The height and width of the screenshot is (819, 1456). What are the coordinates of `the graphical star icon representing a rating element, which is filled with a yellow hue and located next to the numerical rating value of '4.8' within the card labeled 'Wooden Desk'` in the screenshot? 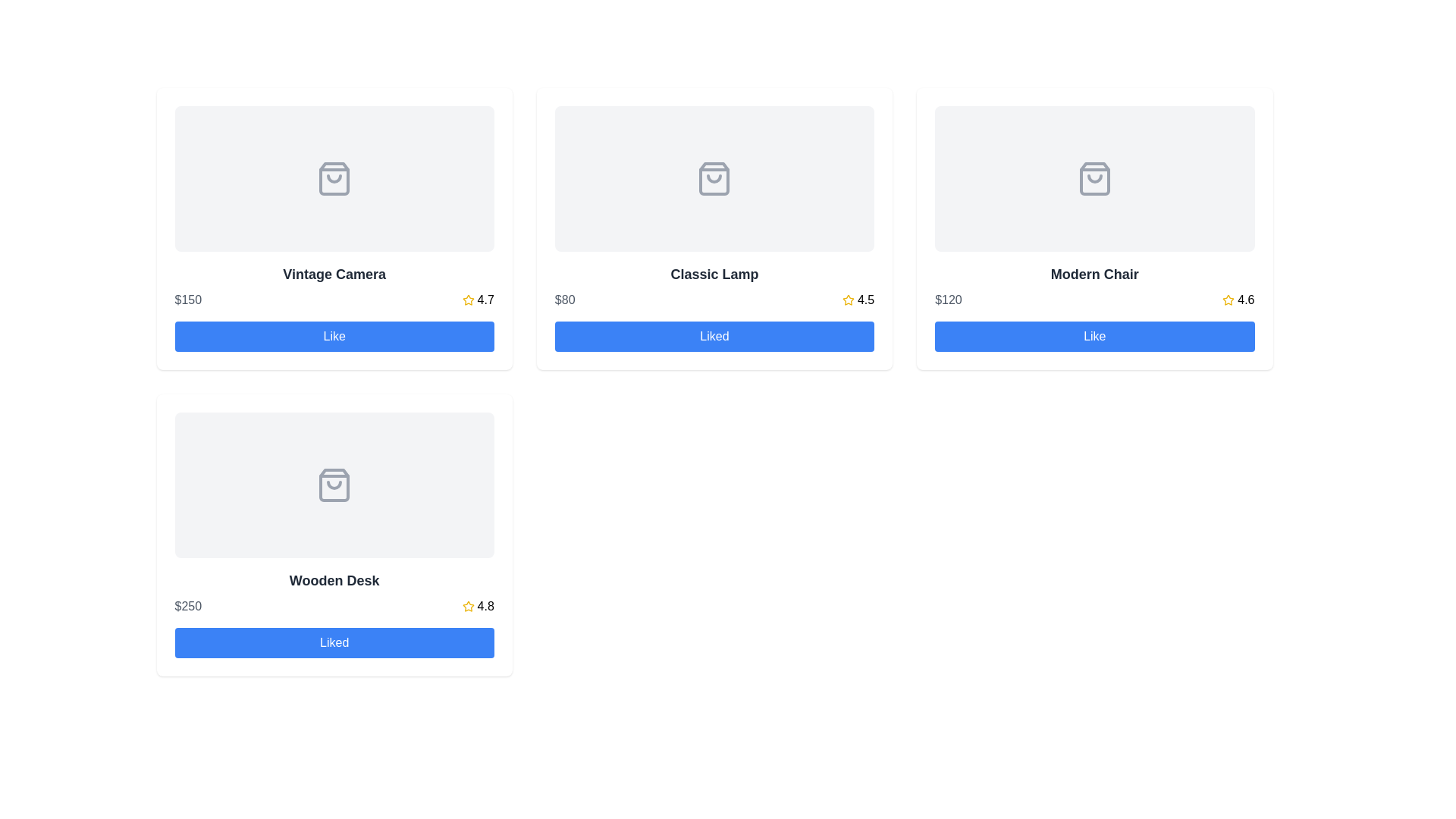 It's located at (467, 605).